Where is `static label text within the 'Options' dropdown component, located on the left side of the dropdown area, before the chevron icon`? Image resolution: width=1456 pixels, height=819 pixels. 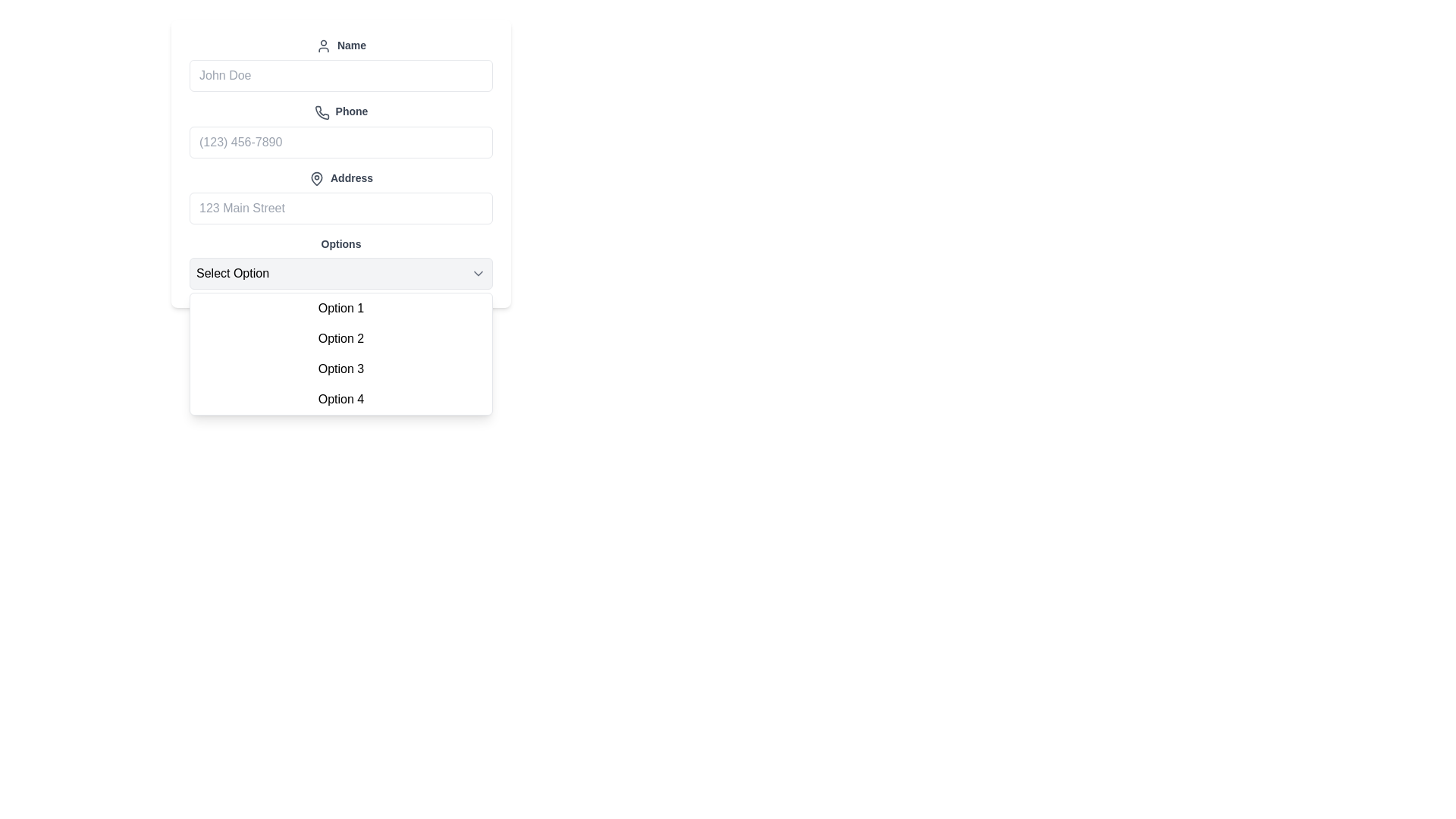 static label text within the 'Options' dropdown component, located on the left side of the dropdown area, before the chevron icon is located at coordinates (232, 273).